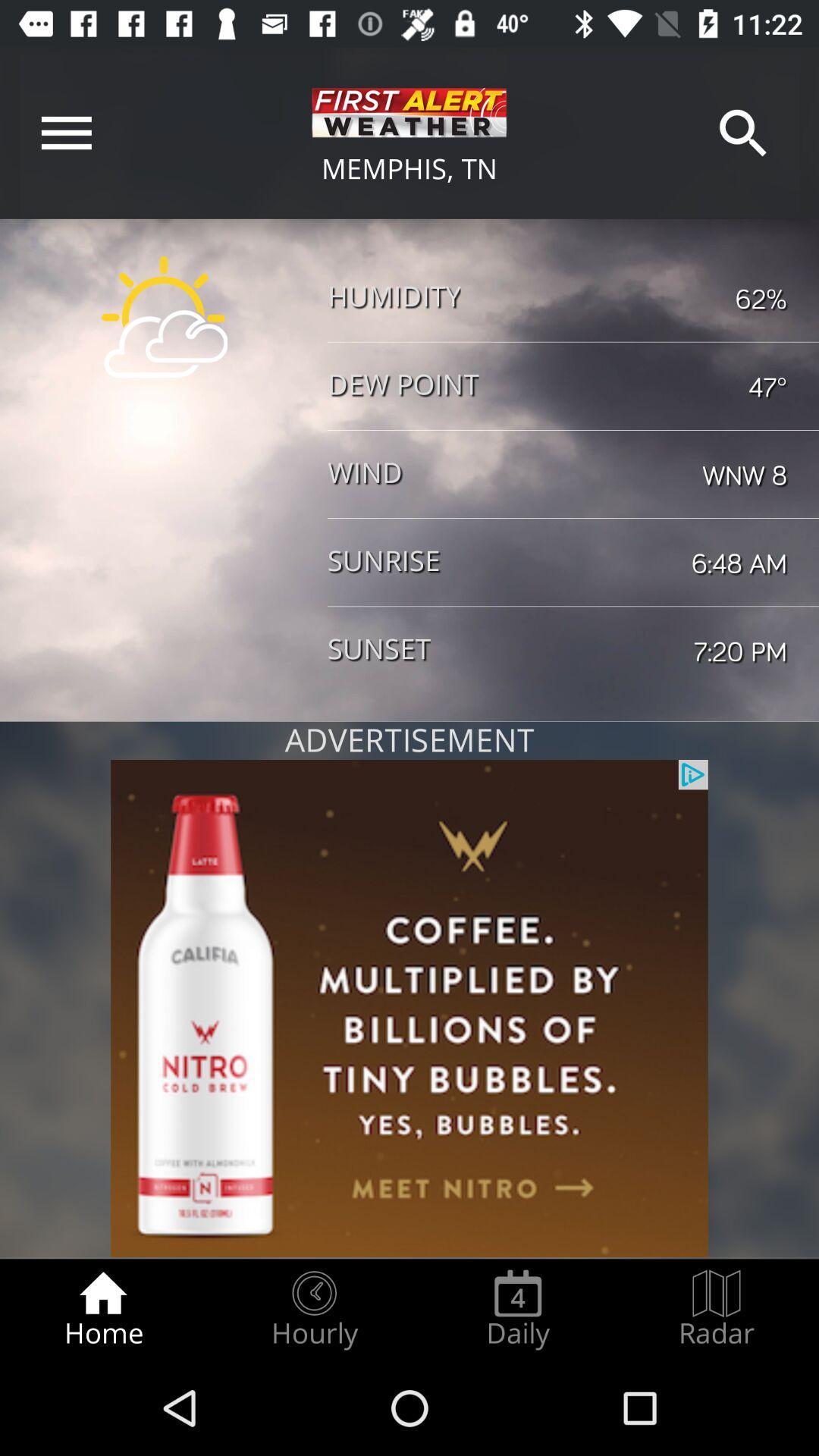 This screenshot has height=1456, width=819. Describe the element at coordinates (717, 1309) in the screenshot. I see `radar radio button` at that location.